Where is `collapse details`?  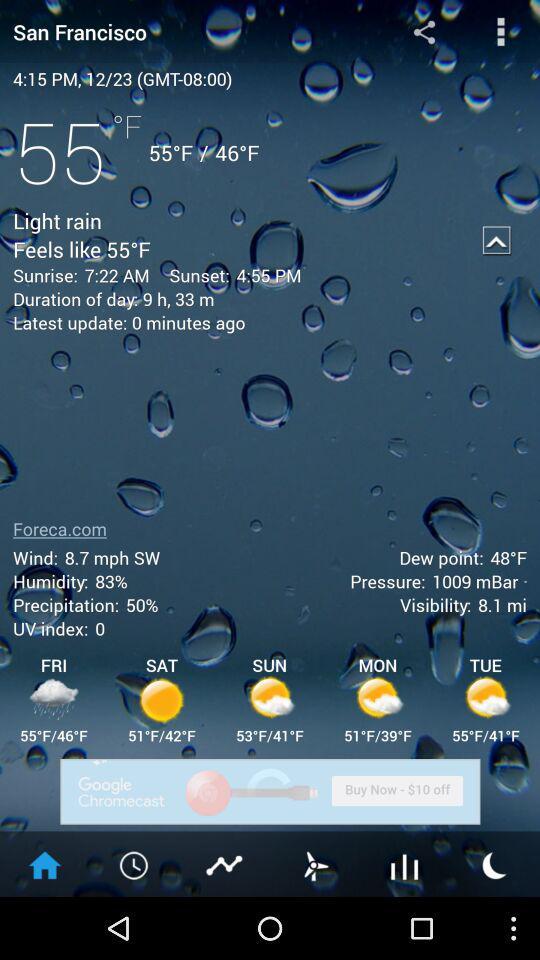 collapse details is located at coordinates (496, 240).